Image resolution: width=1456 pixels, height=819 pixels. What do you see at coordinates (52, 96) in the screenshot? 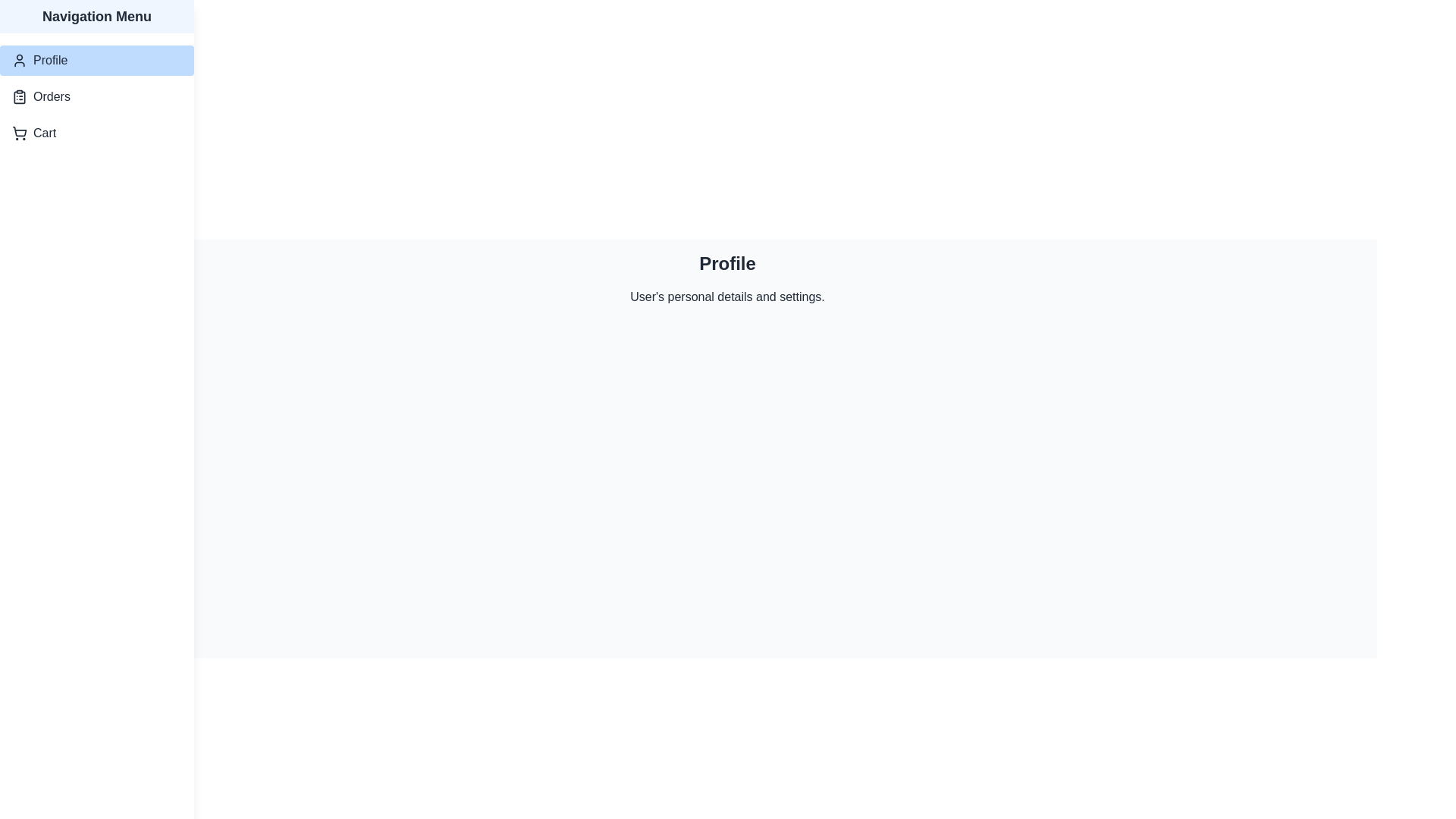
I see `the 'Orders' Text label located in the second section of the navigation menu, directly below the 'Profile' section` at bounding box center [52, 96].